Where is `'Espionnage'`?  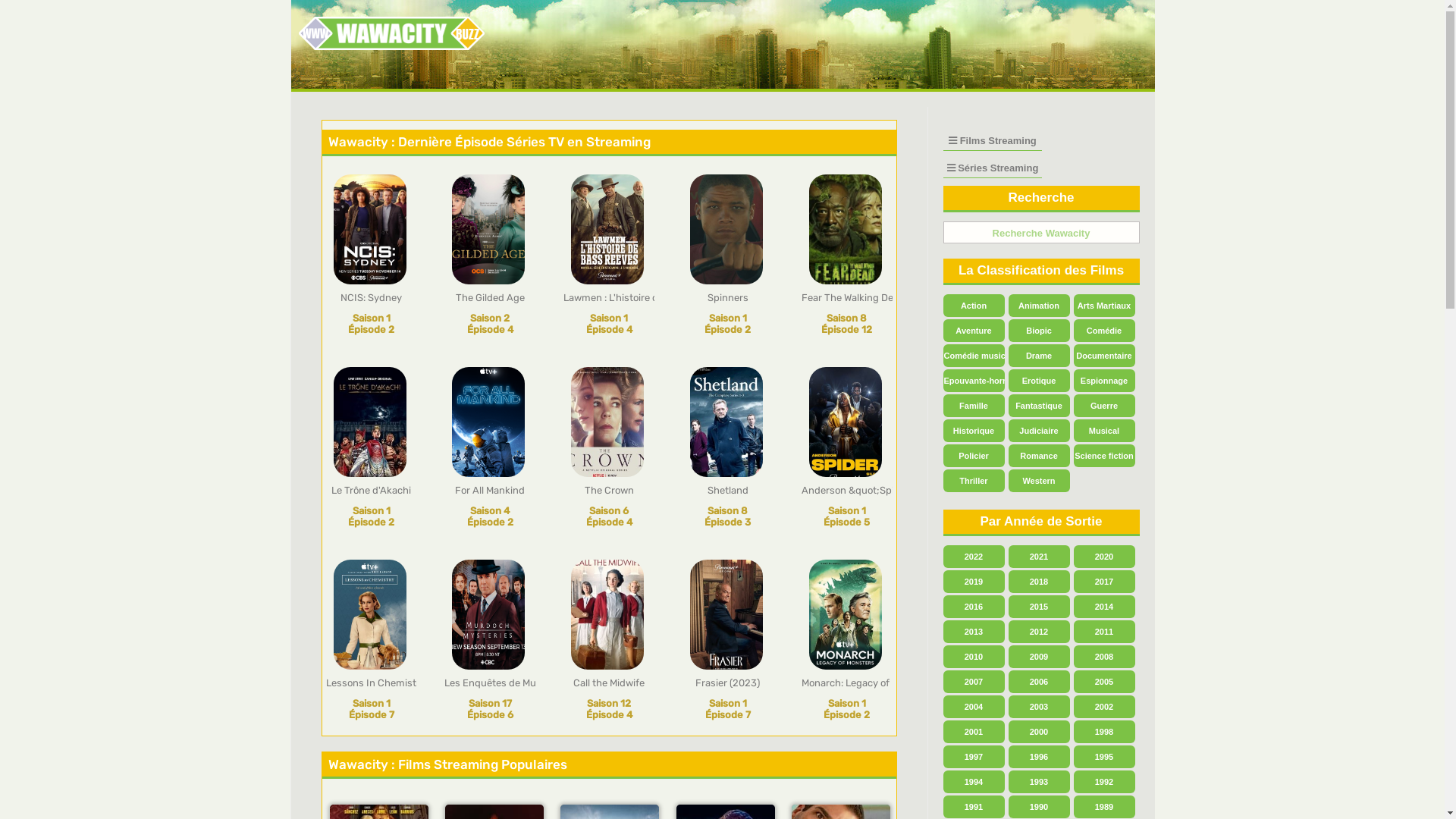
'Espionnage' is located at coordinates (1104, 379).